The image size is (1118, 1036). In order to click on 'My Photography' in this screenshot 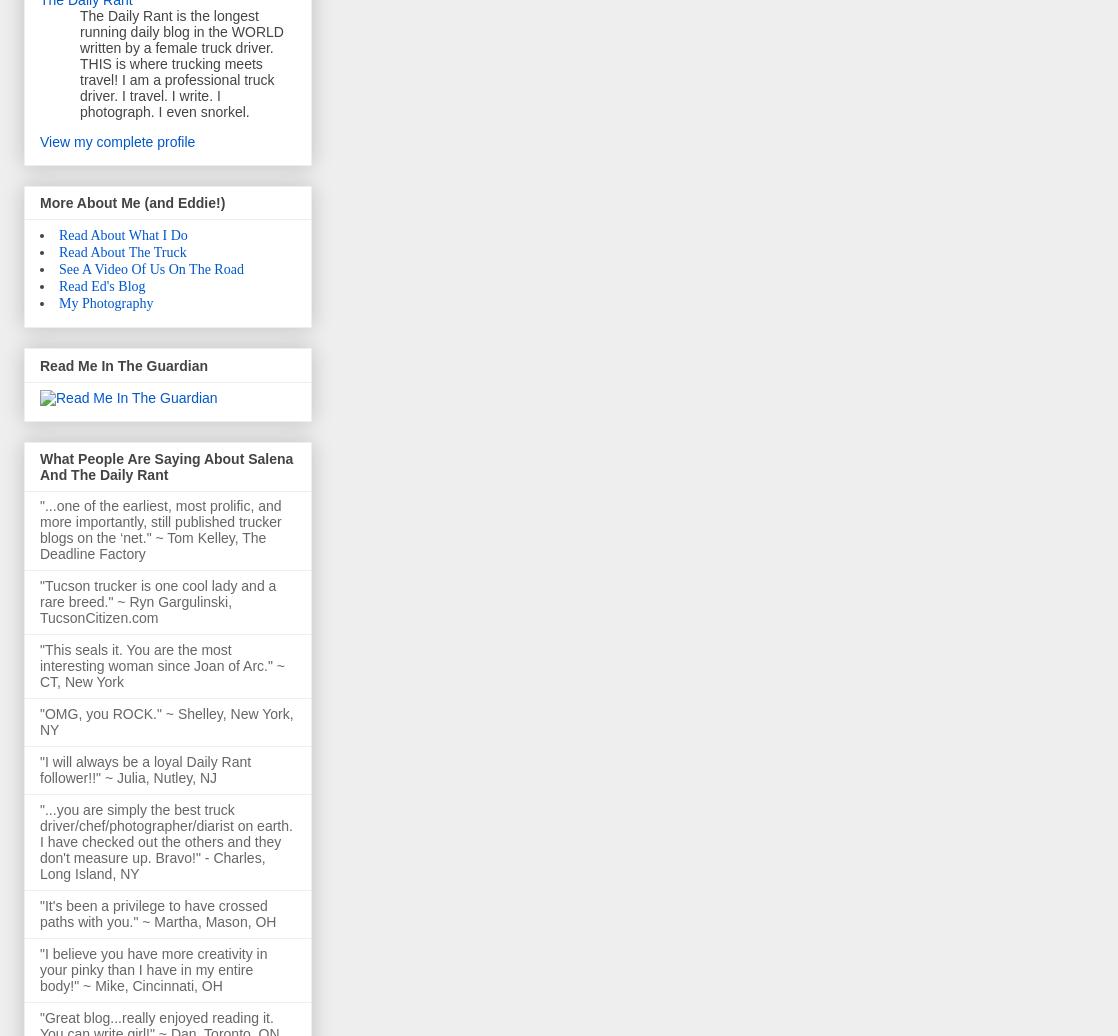, I will do `click(105, 303)`.